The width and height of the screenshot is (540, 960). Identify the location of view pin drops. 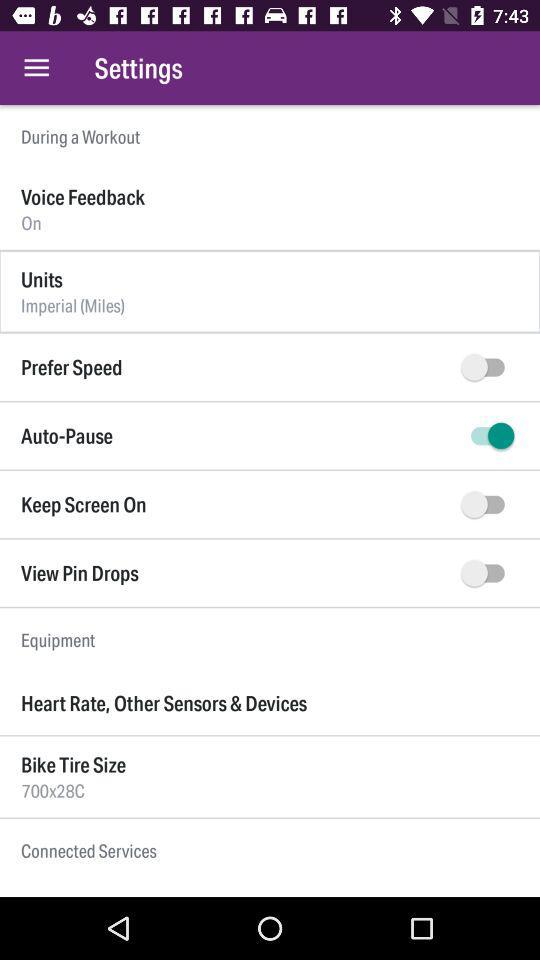
(486, 573).